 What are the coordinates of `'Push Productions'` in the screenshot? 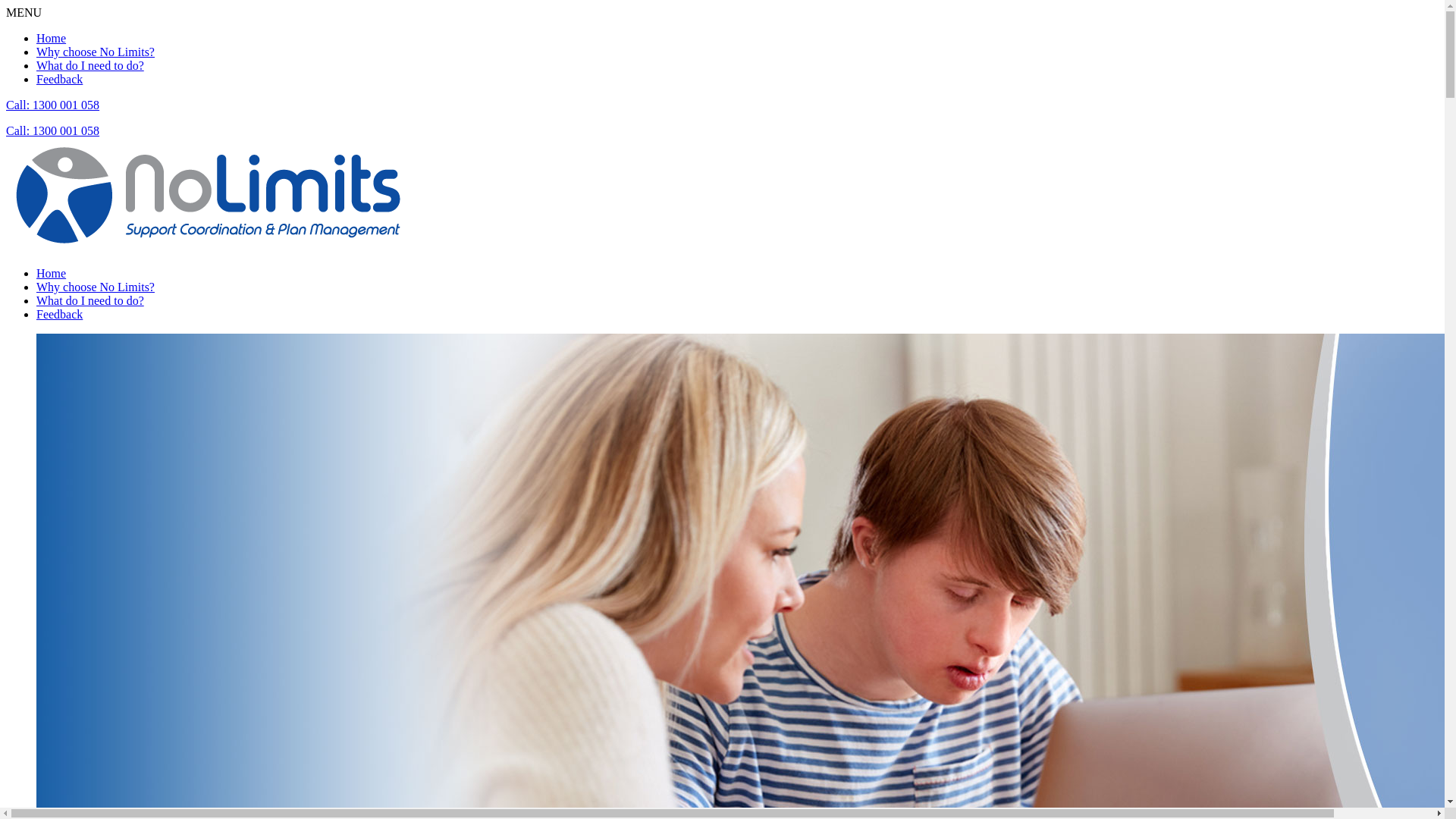 It's located at (6, 246).